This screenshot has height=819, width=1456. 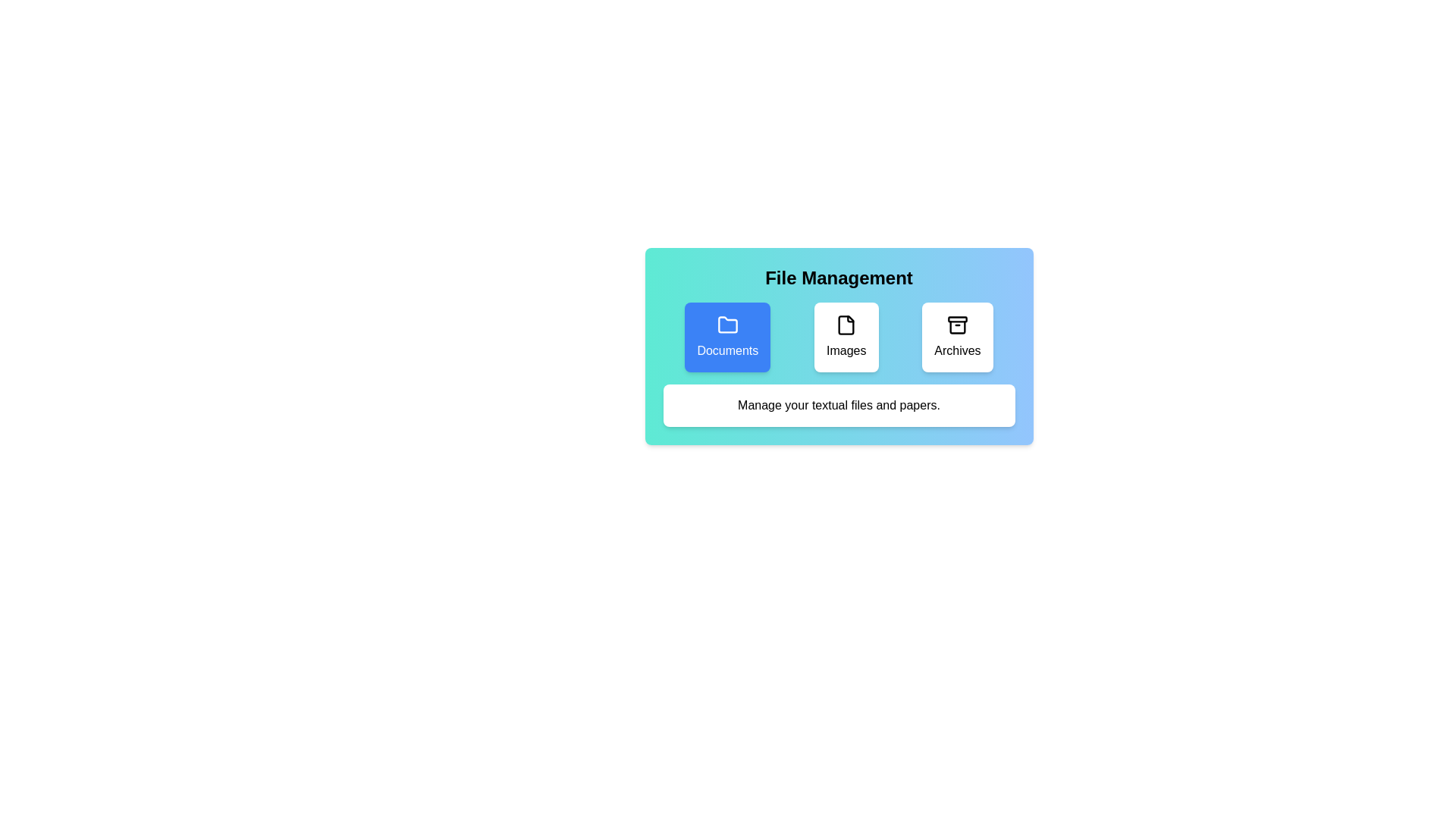 What do you see at coordinates (956, 336) in the screenshot?
I see `the category button Archives to observe the hover effect` at bounding box center [956, 336].